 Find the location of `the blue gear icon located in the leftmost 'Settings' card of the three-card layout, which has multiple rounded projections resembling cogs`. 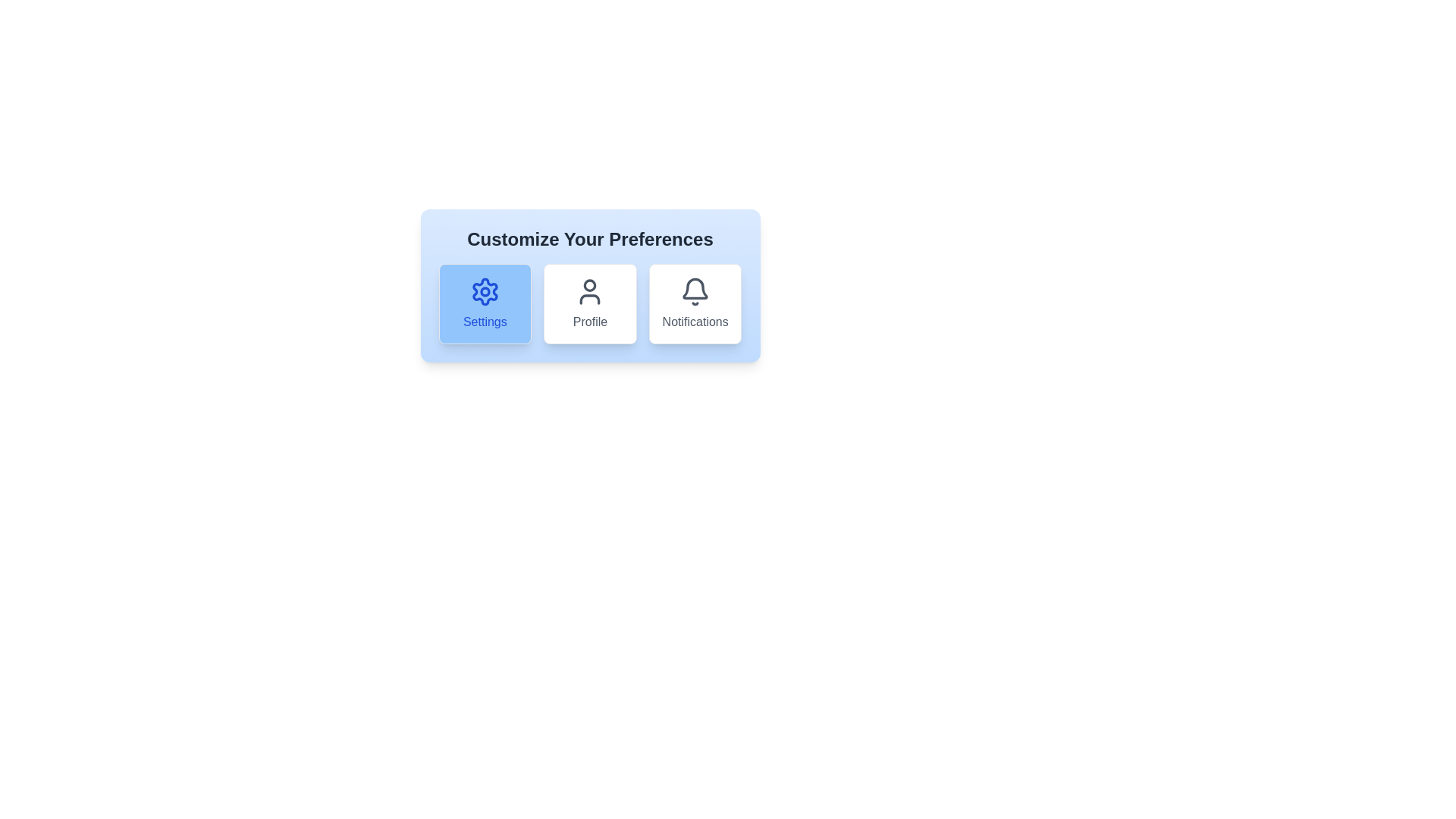

the blue gear icon located in the leftmost 'Settings' card of the three-card layout, which has multiple rounded projections resembling cogs is located at coordinates (484, 292).